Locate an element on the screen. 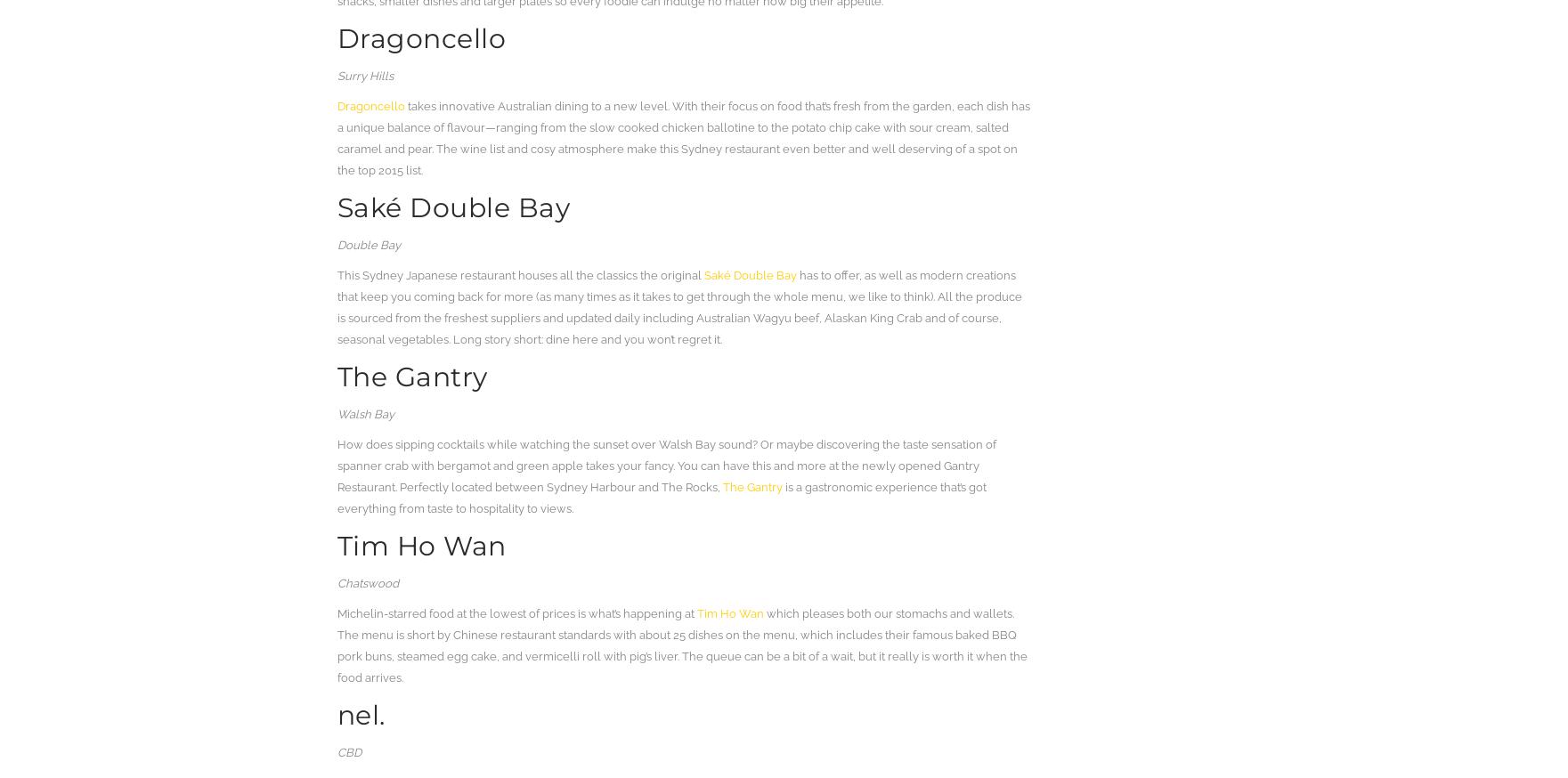 This screenshot has width=1568, height=778. 'Chatswood' is located at coordinates (366, 582).